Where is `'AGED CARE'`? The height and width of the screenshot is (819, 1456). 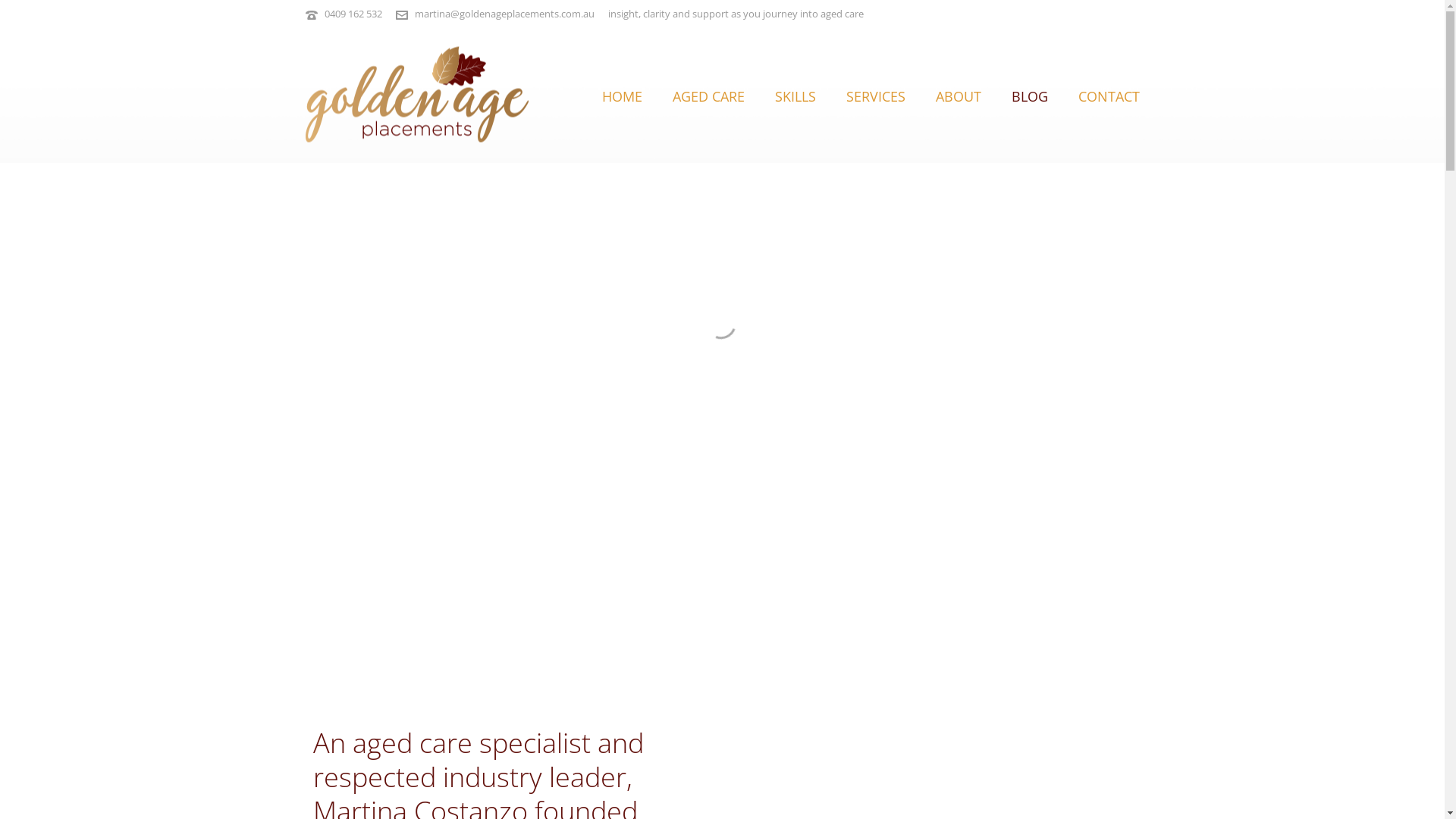
'AGED CARE' is located at coordinates (707, 94).